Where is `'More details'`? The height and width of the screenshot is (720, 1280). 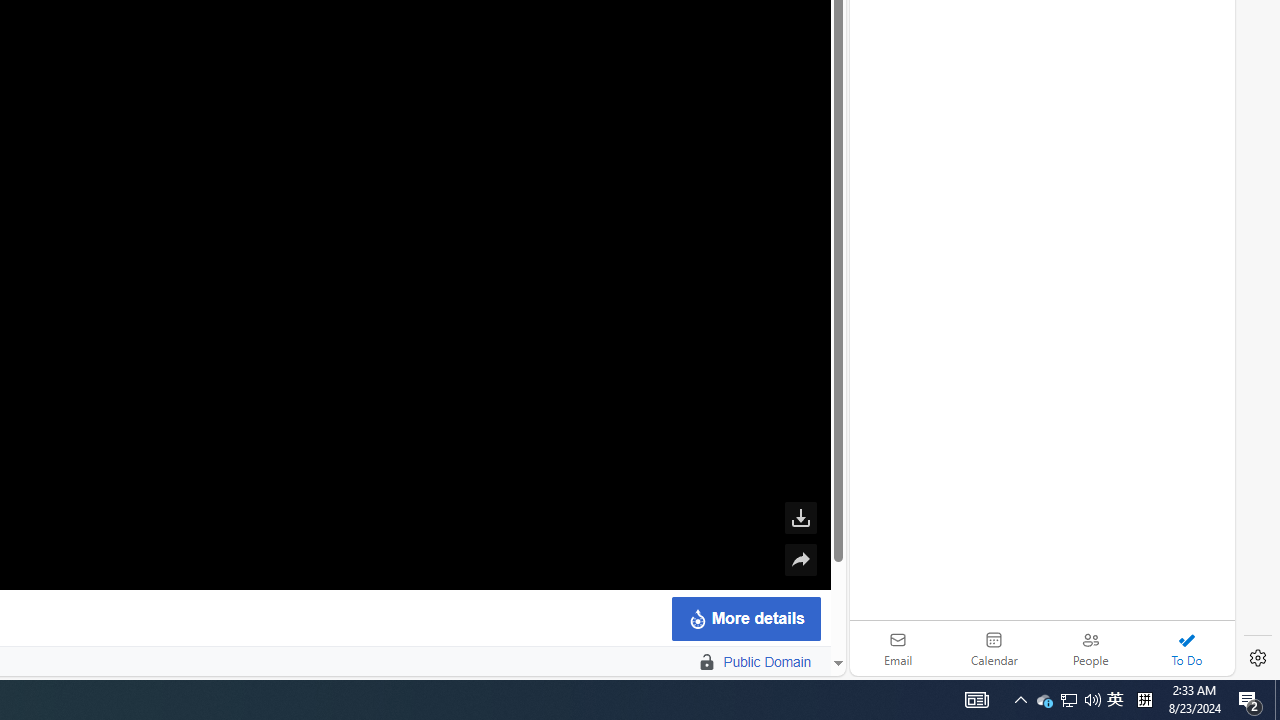
'More details' is located at coordinates (744, 617).